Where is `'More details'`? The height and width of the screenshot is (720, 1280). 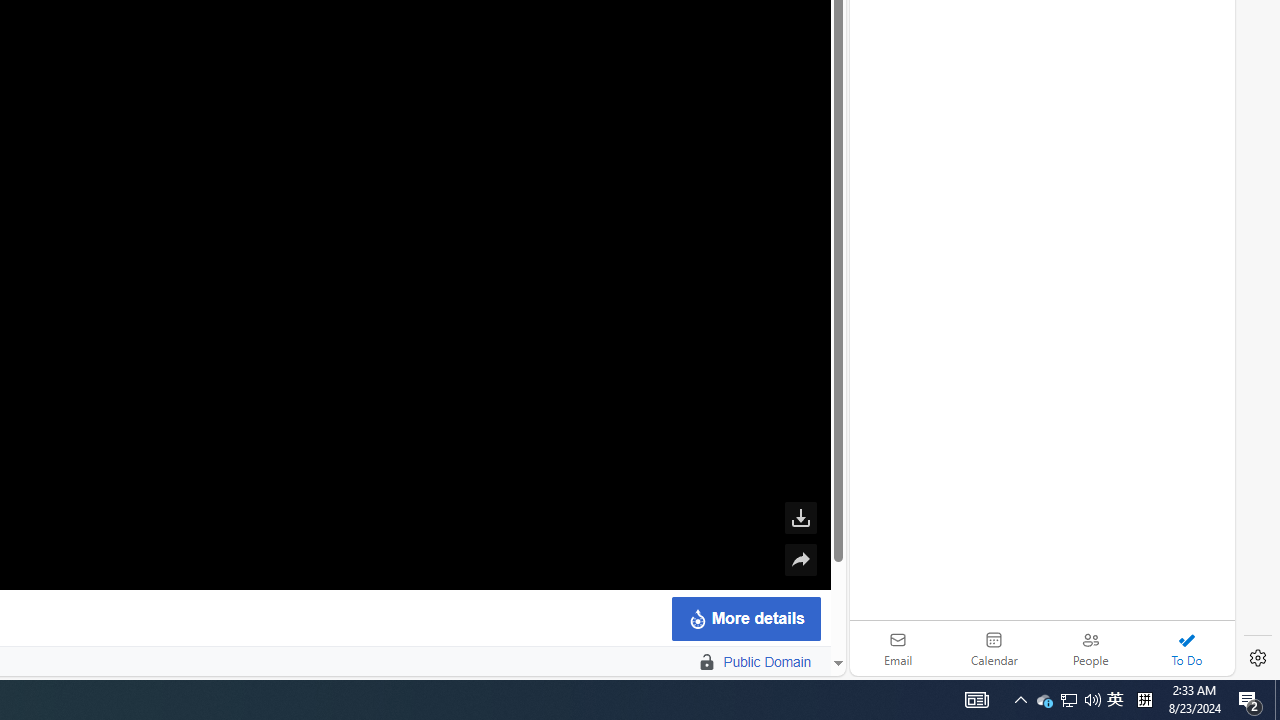
'More details' is located at coordinates (744, 617).